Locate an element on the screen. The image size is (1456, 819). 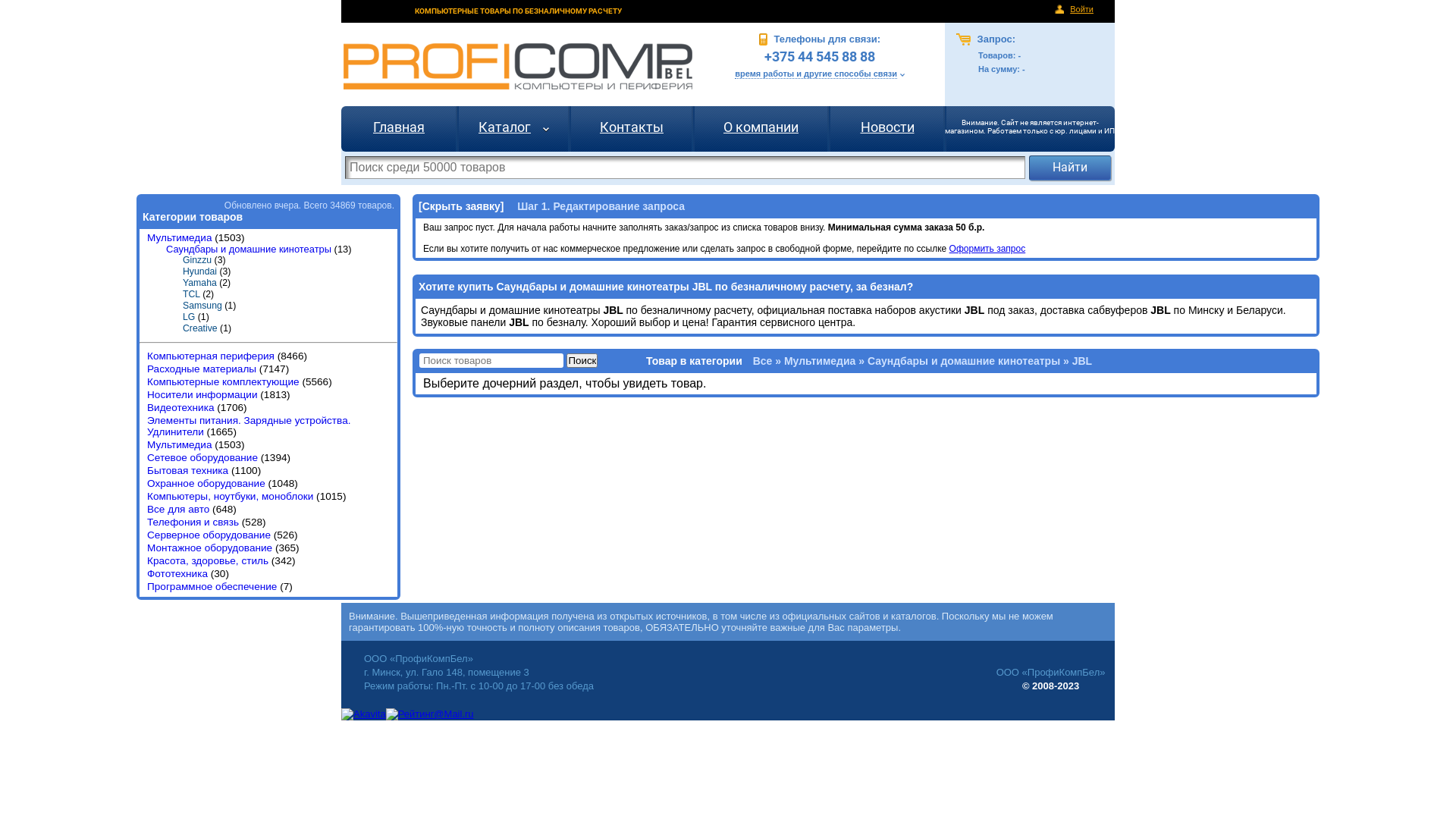
'Yamaha' is located at coordinates (199, 283).